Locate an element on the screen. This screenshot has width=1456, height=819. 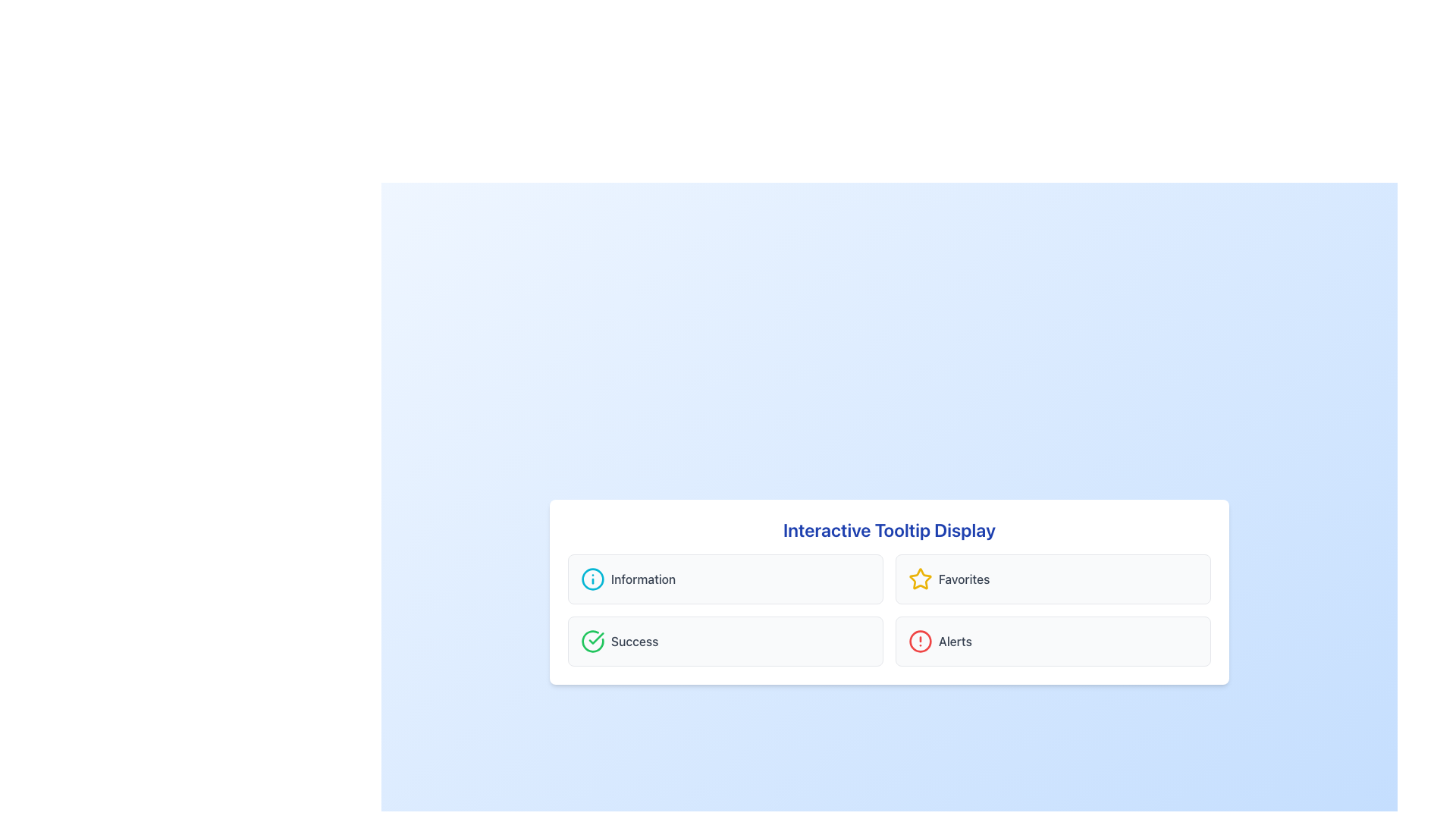
the Status Icon located at the top-left corner of the 'Success' status display is located at coordinates (592, 641).